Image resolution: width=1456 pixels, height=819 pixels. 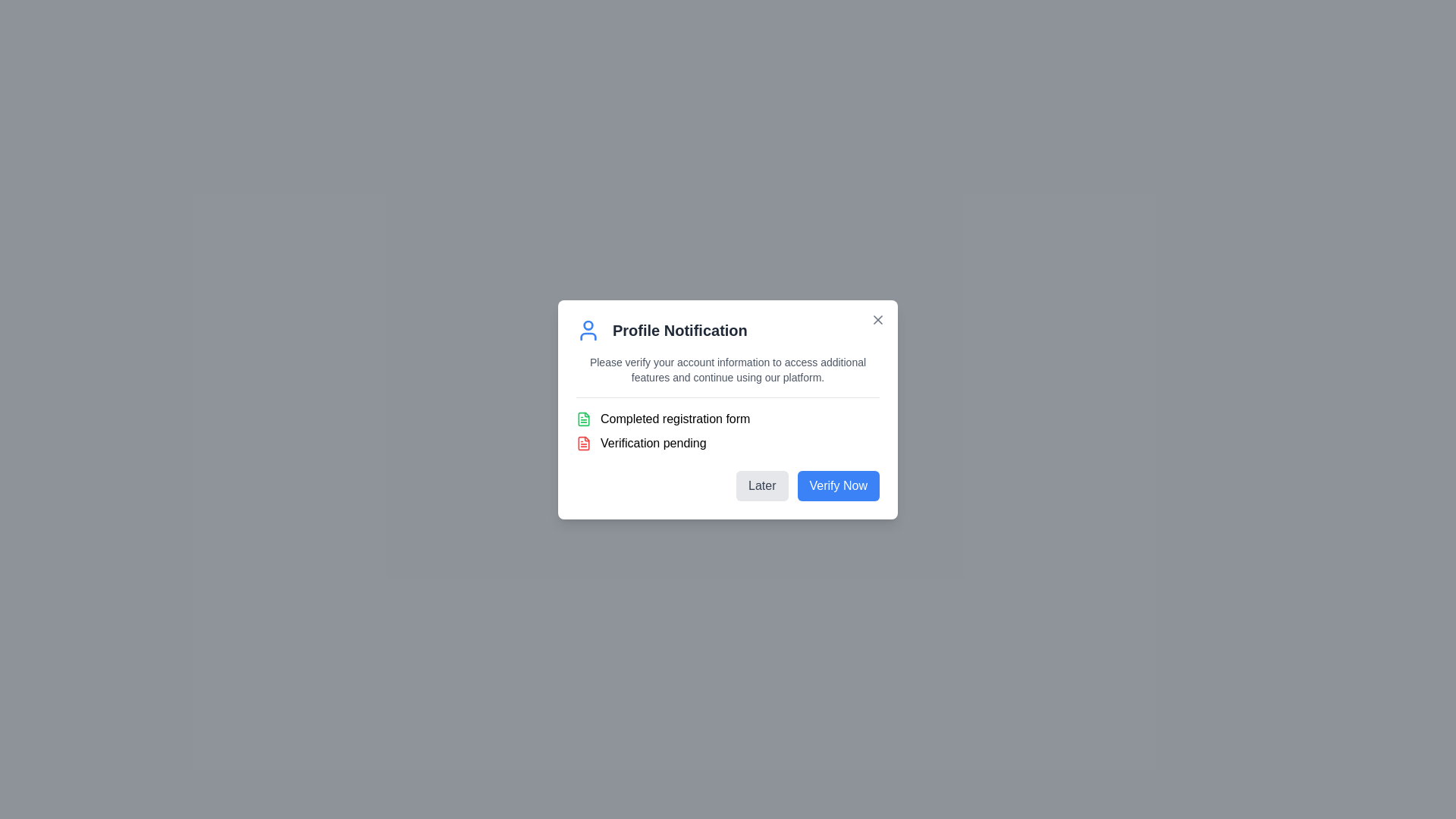 What do you see at coordinates (877, 318) in the screenshot?
I see `the close button graphical element located in the top-right corner of the dialog box, which is part of an 'X' icon used to dismiss the dialog` at bounding box center [877, 318].